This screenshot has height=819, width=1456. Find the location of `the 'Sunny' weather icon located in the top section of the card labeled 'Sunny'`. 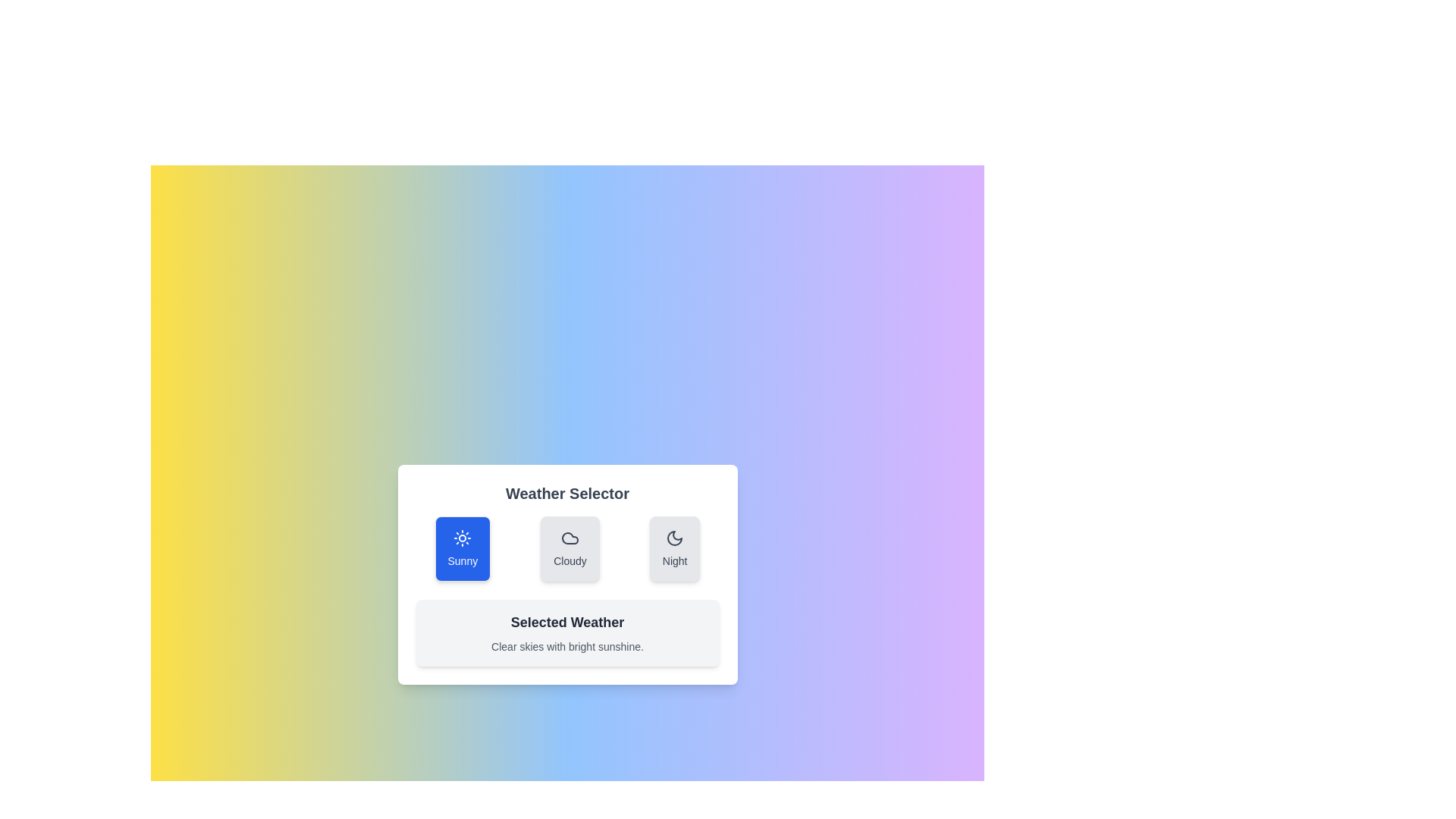

the 'Sunny' weather icon located in the top section of the card labeled 'Sunny' is located at coordinates (462, 537).